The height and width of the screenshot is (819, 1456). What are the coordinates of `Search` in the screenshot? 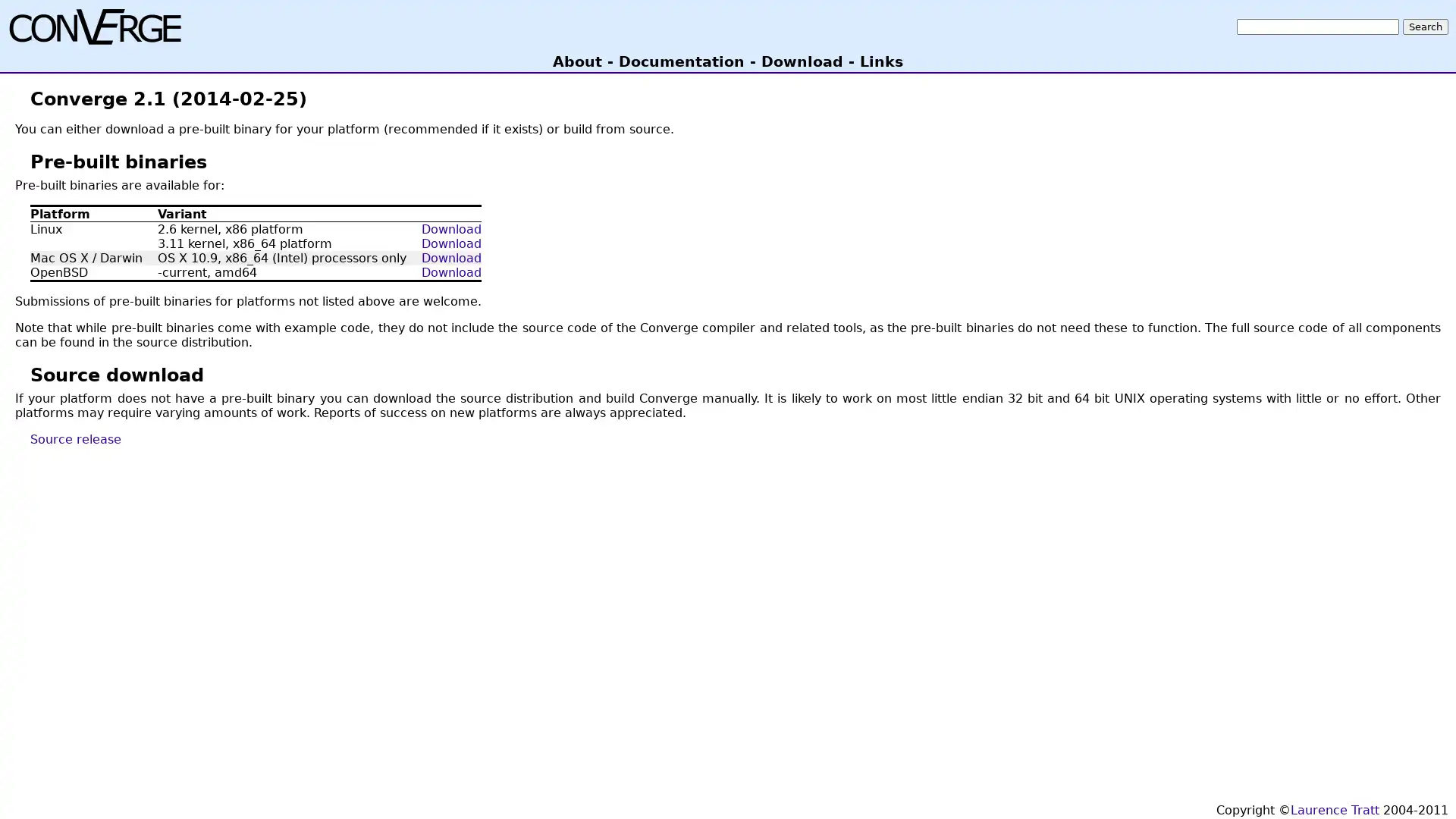 It's located at (1425, 26).